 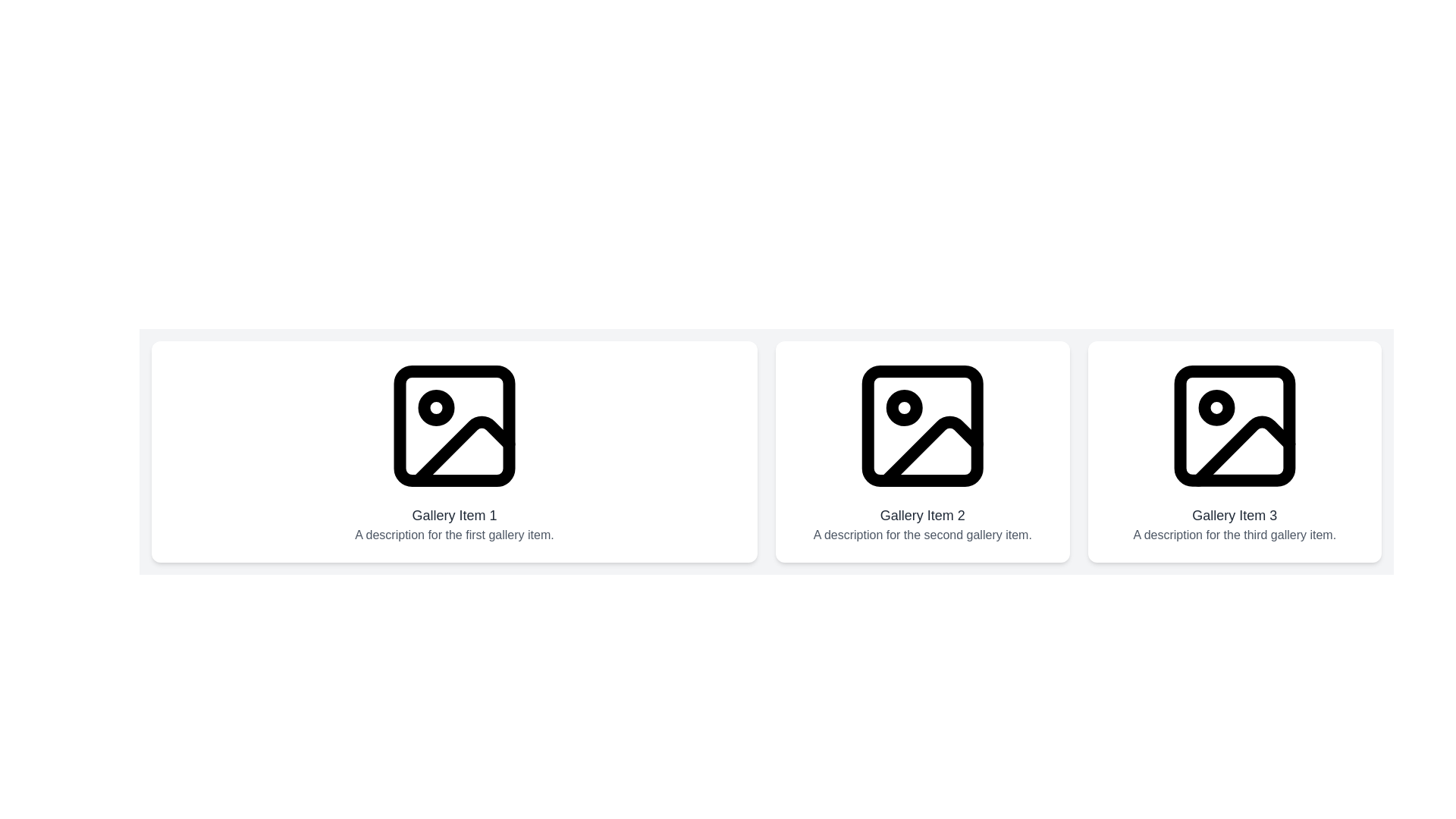 I want to click on the text block that provides the title and description for the second gallery item, located beneath the image, so click(x=921, y=523).